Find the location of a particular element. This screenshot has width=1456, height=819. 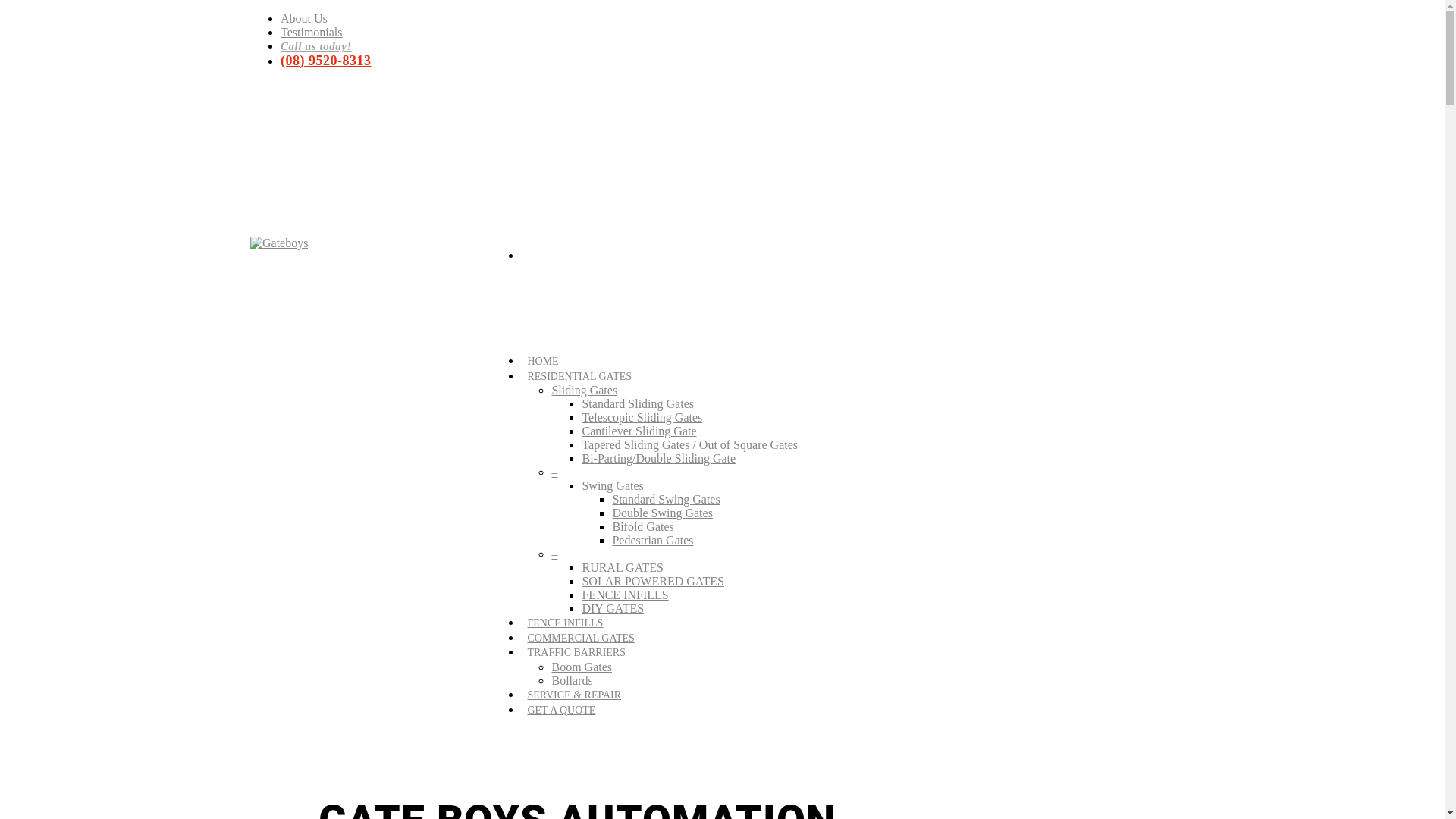

'Telescopic Sliding Gates' is located at coordinates (642, 417).